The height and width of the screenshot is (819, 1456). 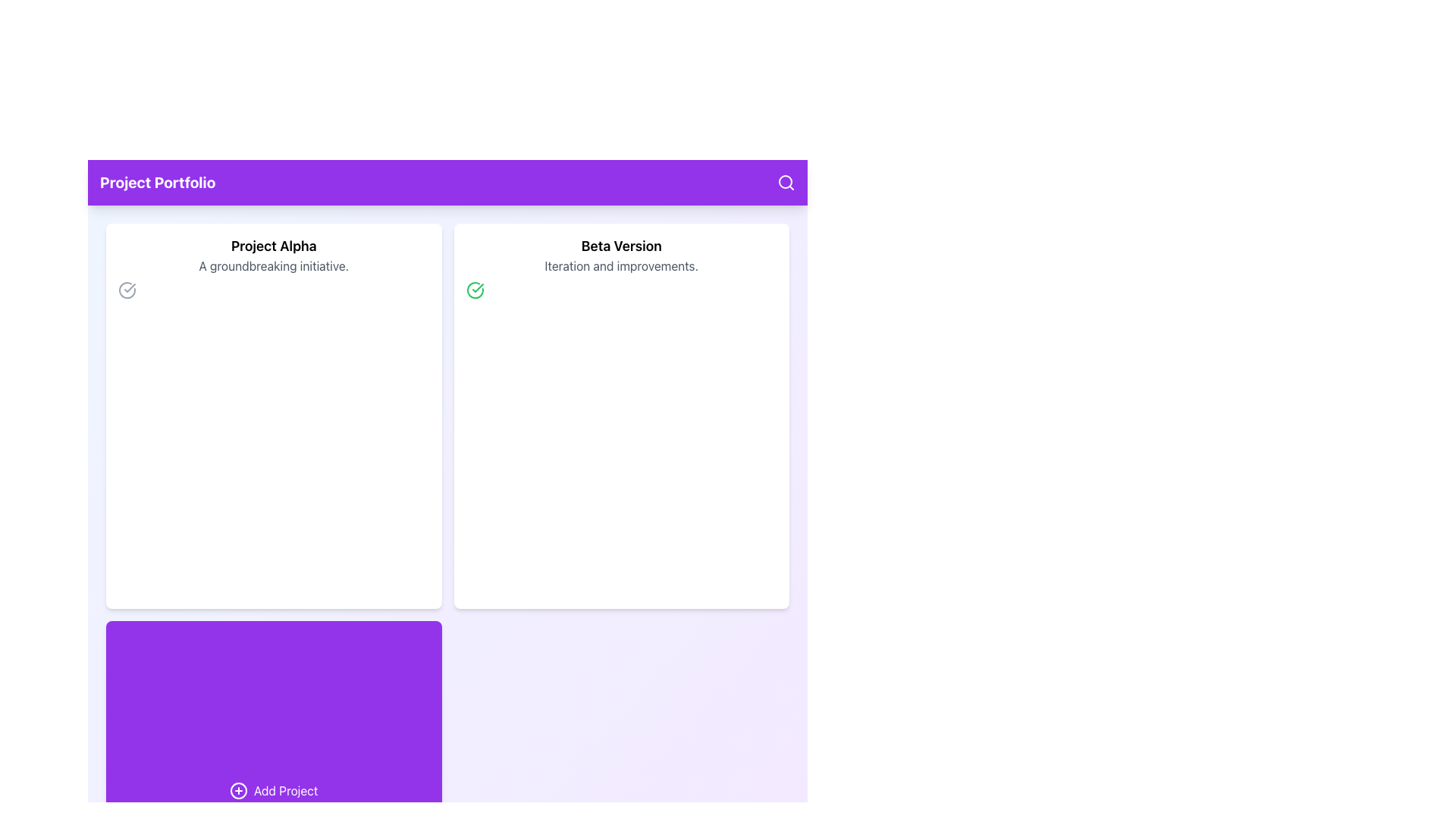 What do you see at coordinates (786, 180) in the screenshot?
I see `the circular SVG shape that represents a magnifying glass icon located at the top-right corner of the header section, if it is clickable` at bounding box center [786, 180].